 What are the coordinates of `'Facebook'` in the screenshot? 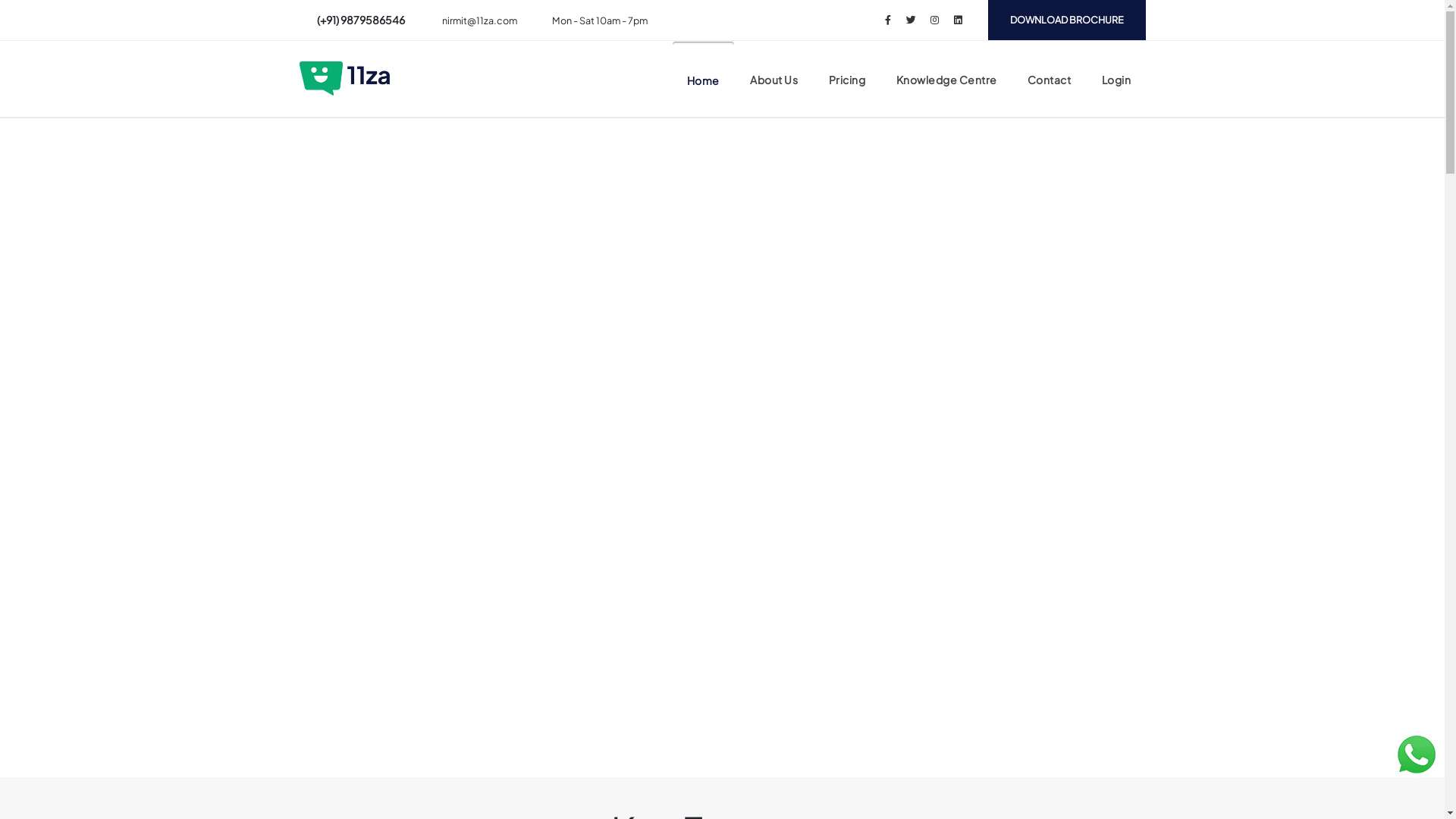 It's located at (887, 20).